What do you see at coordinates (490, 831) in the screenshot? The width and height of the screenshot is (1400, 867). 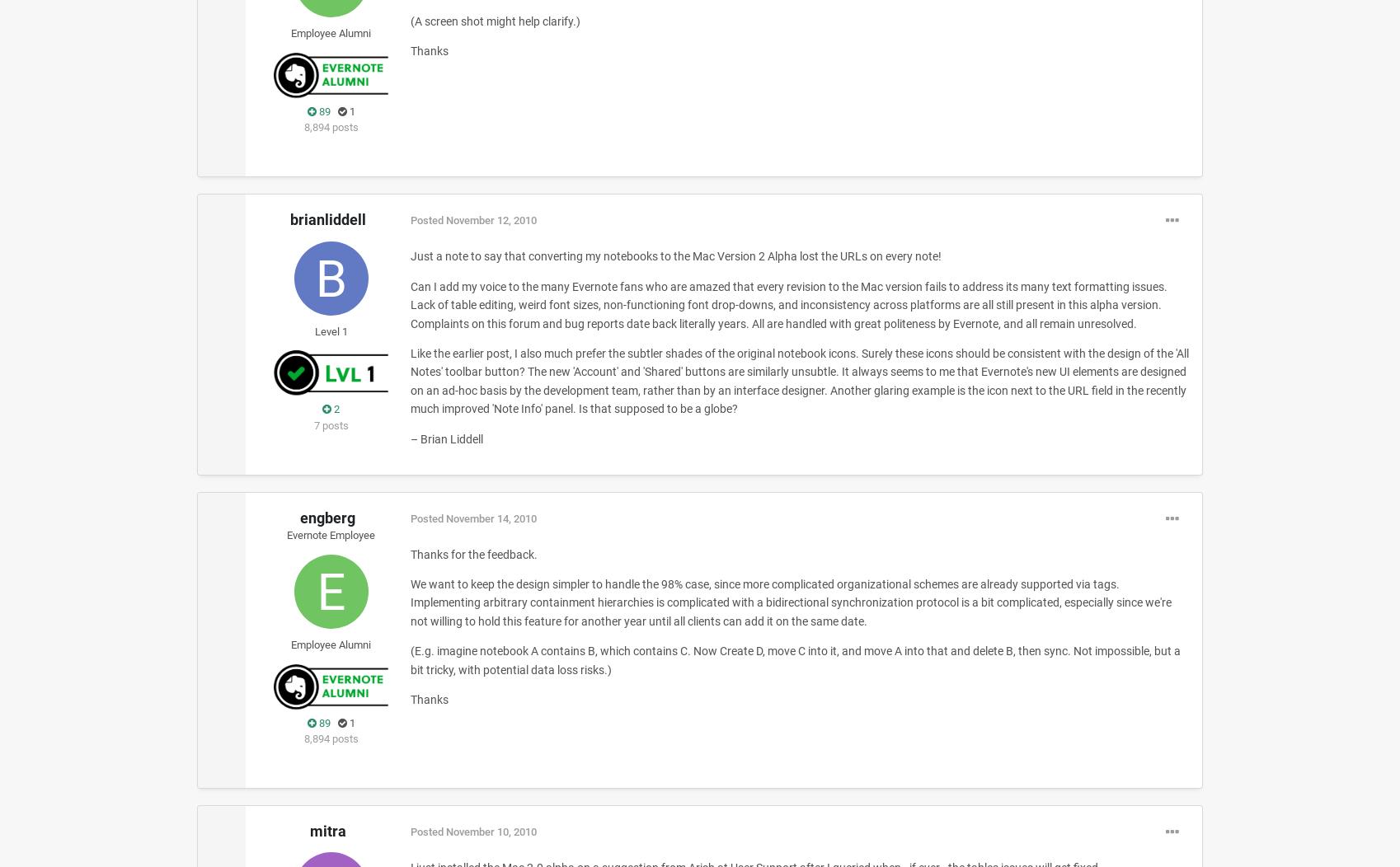 I see `'November 10, 2010'` at bounding box center [490, 831].